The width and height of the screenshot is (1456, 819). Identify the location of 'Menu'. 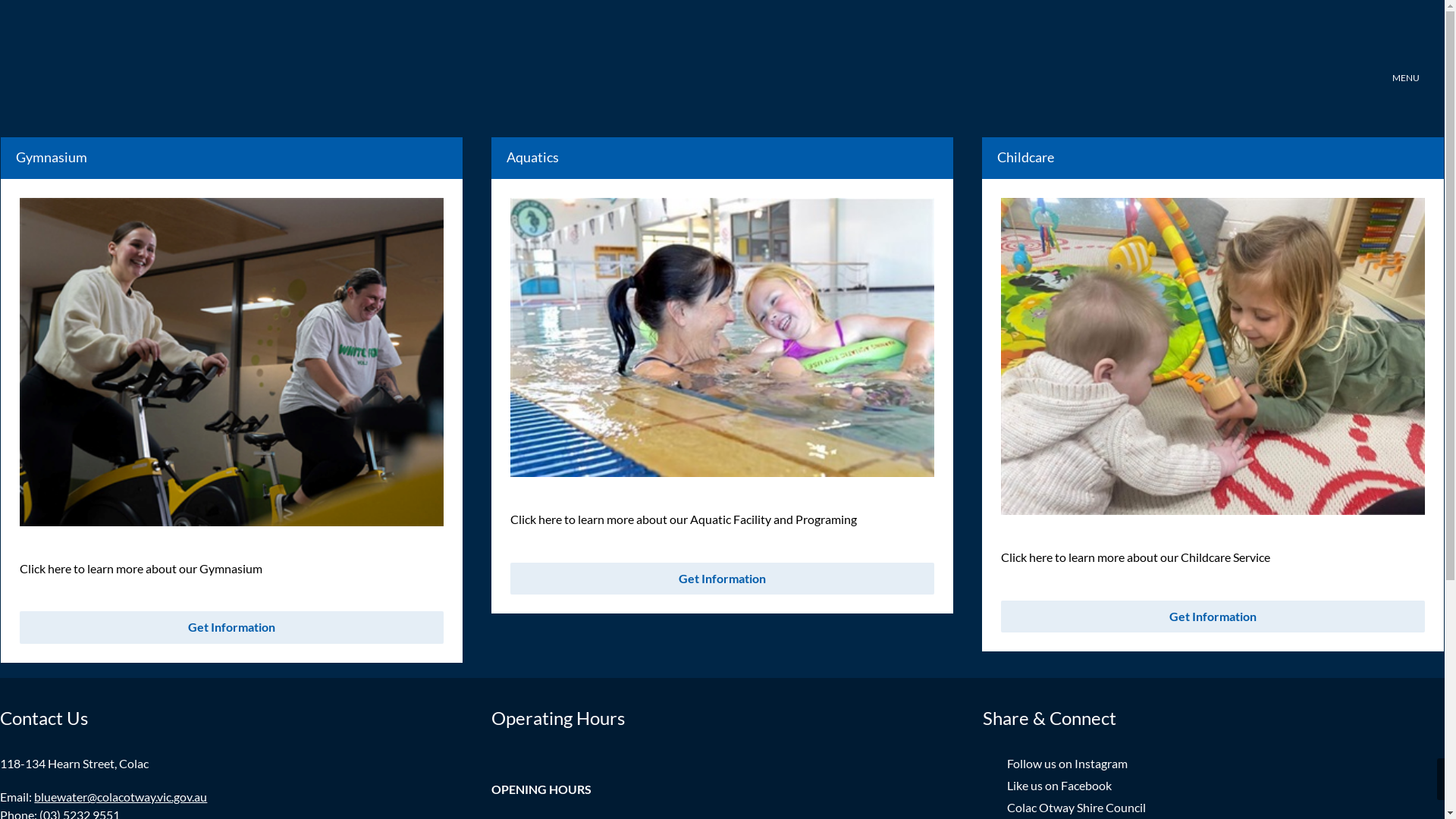
(1404, 58).